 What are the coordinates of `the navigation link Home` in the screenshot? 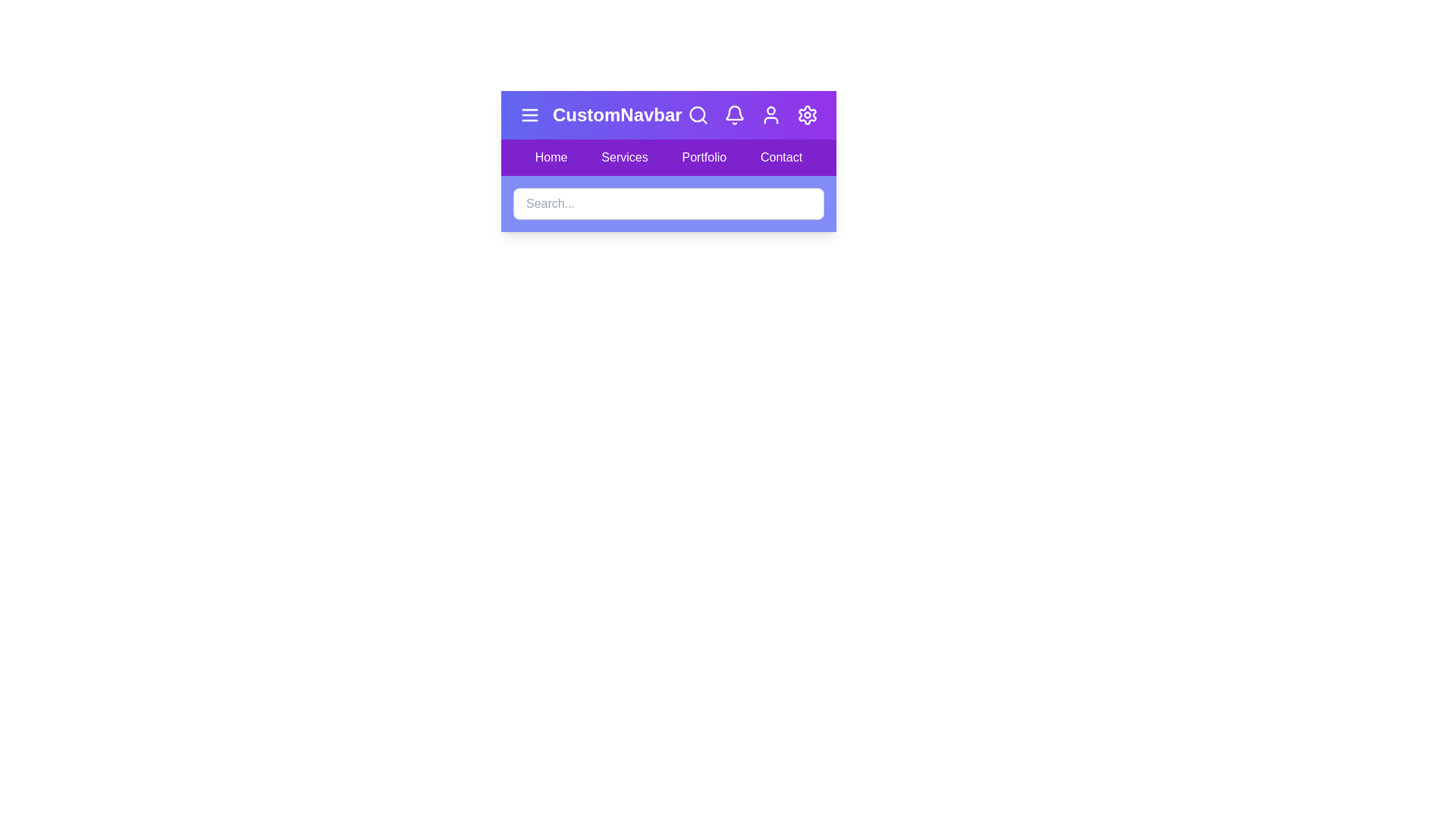 It's located at (550, 158).